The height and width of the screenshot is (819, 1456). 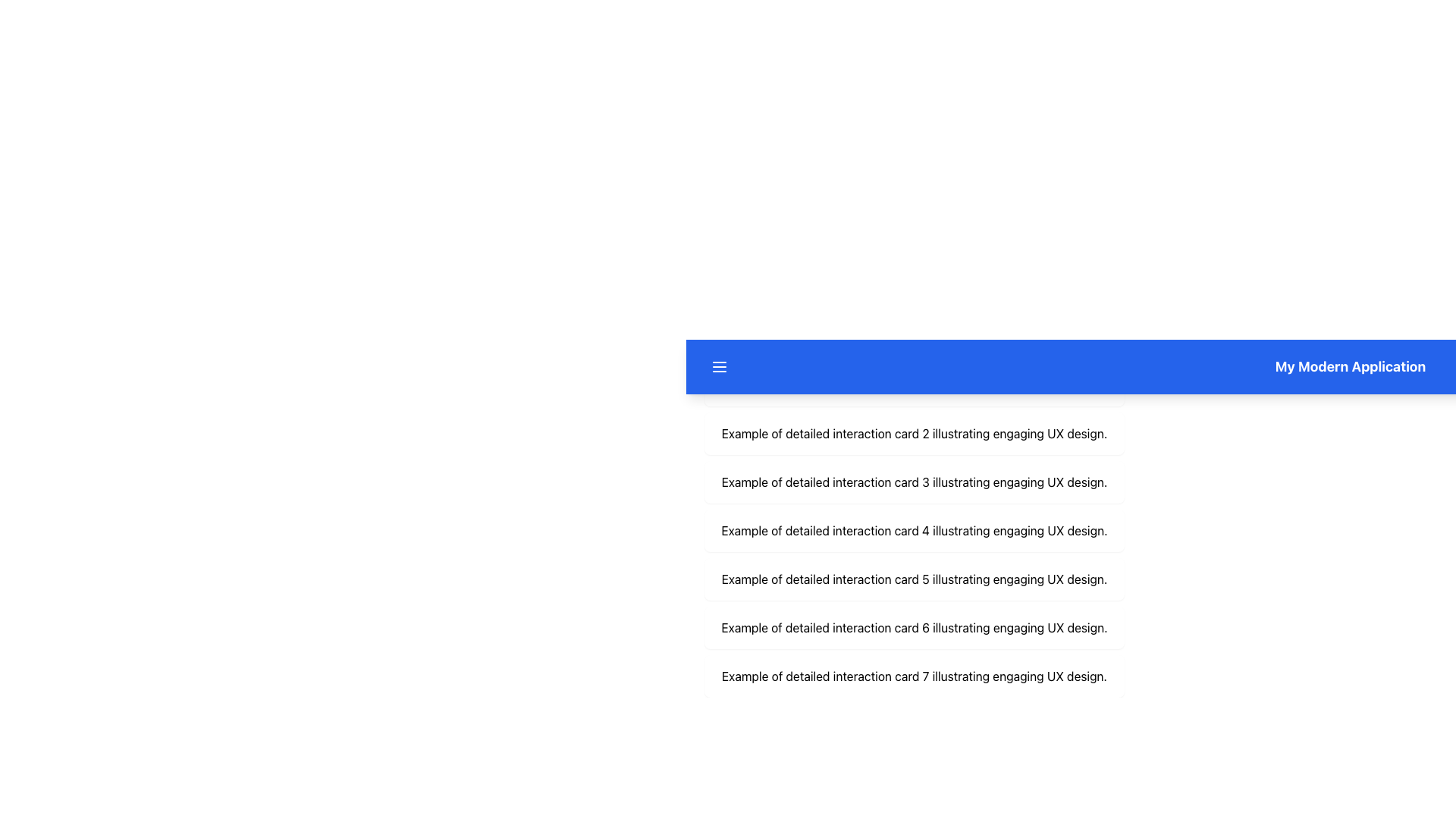 What do you see at coordinates (719, 366) in the screenshot?
I see `the menu toggle button located on the leftmost side of the header bar` at bounding box center [719, 366].